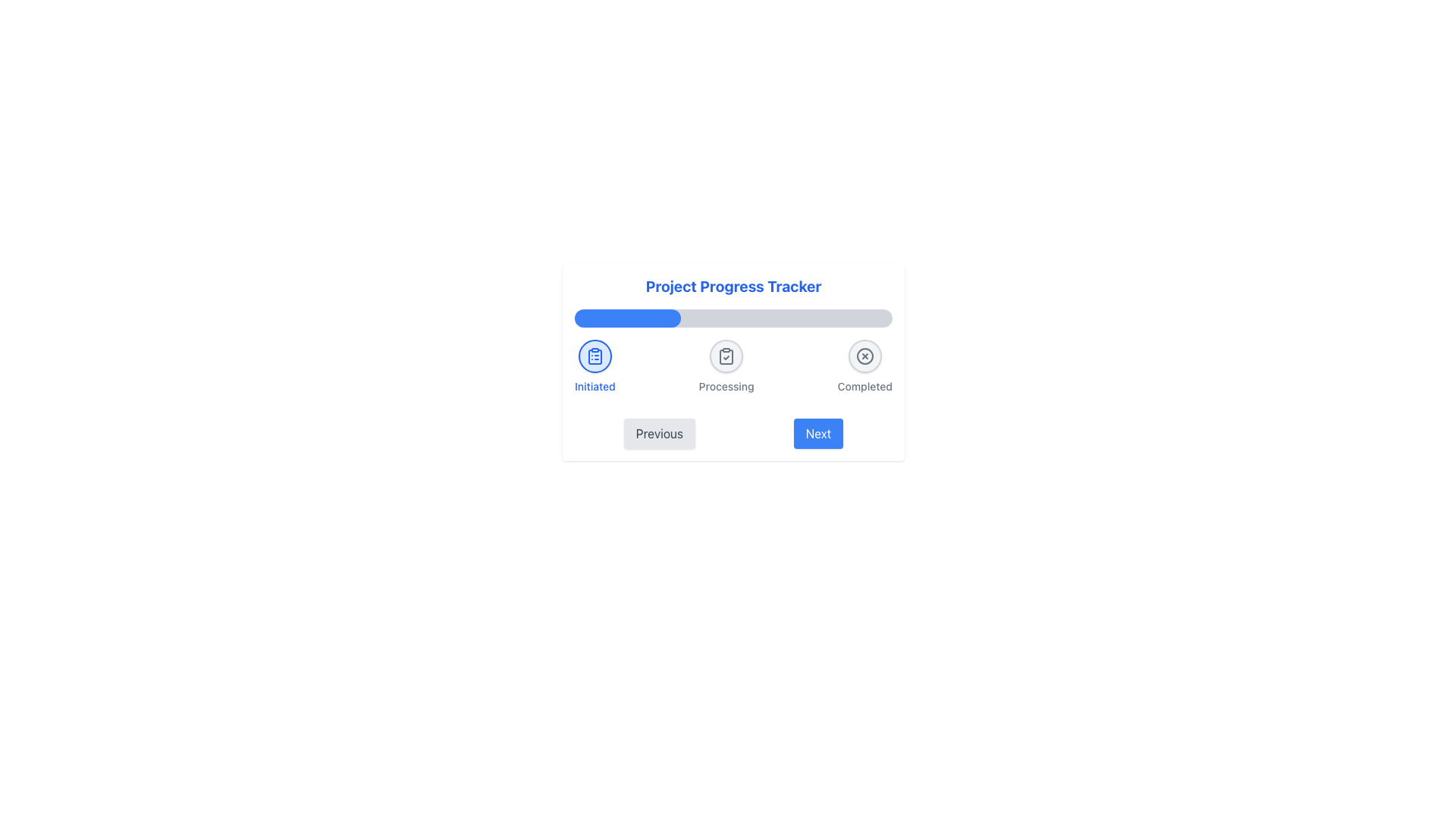 This screenshot has width=1456, height=819. Describe the element at coordinates (594, 366) in the screenshot. I see `the Status indicator element that features a clipboard icon and the label 'Initiated', which is the leftmost component in a horizontal alignment within a progress tracker UI section` at that location.